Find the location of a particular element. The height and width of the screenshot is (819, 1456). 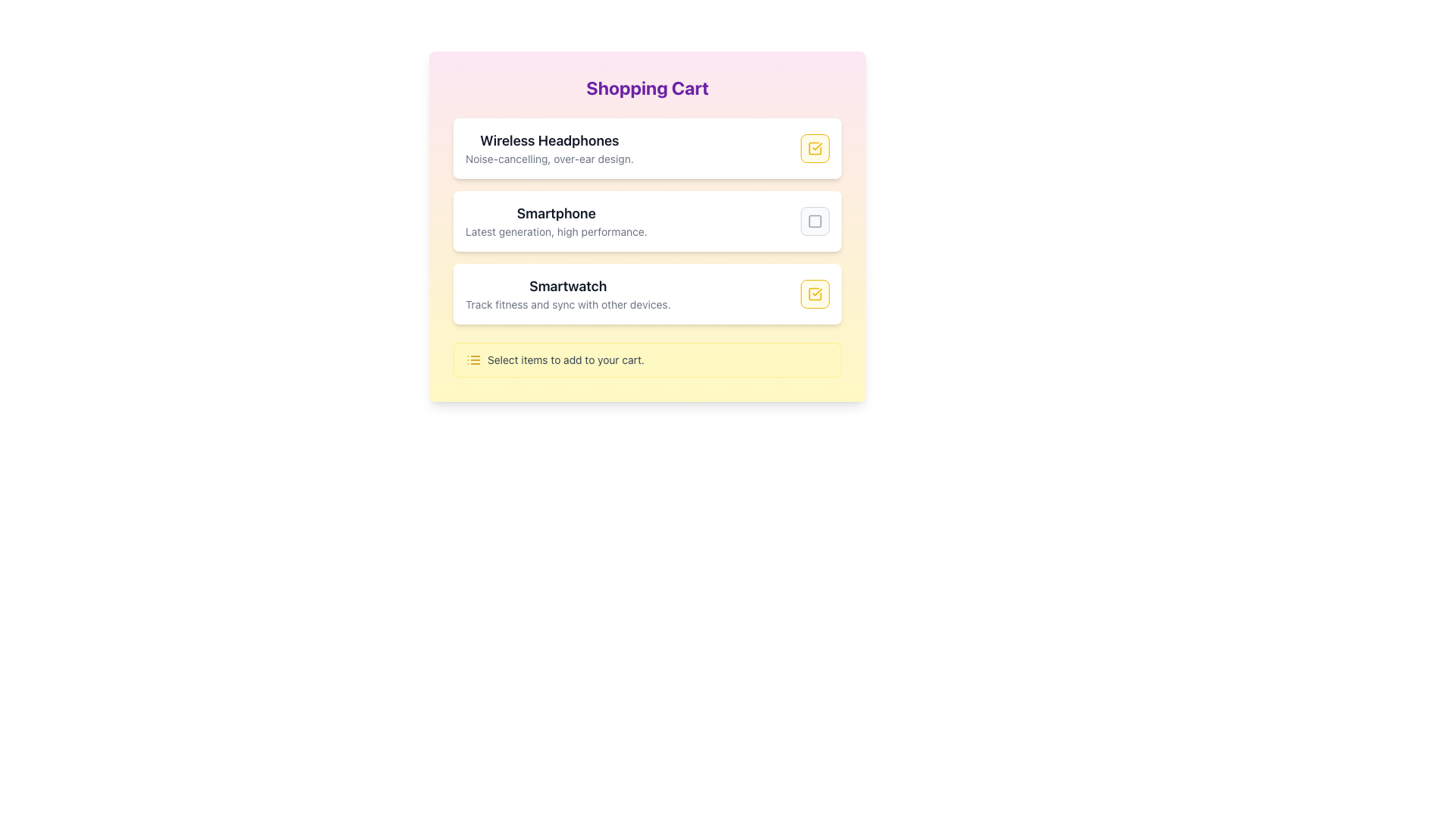

the delete icon on the rightmost side of the 'Smartphone' entry in the shopping cart is located at coordinates (814, 221).